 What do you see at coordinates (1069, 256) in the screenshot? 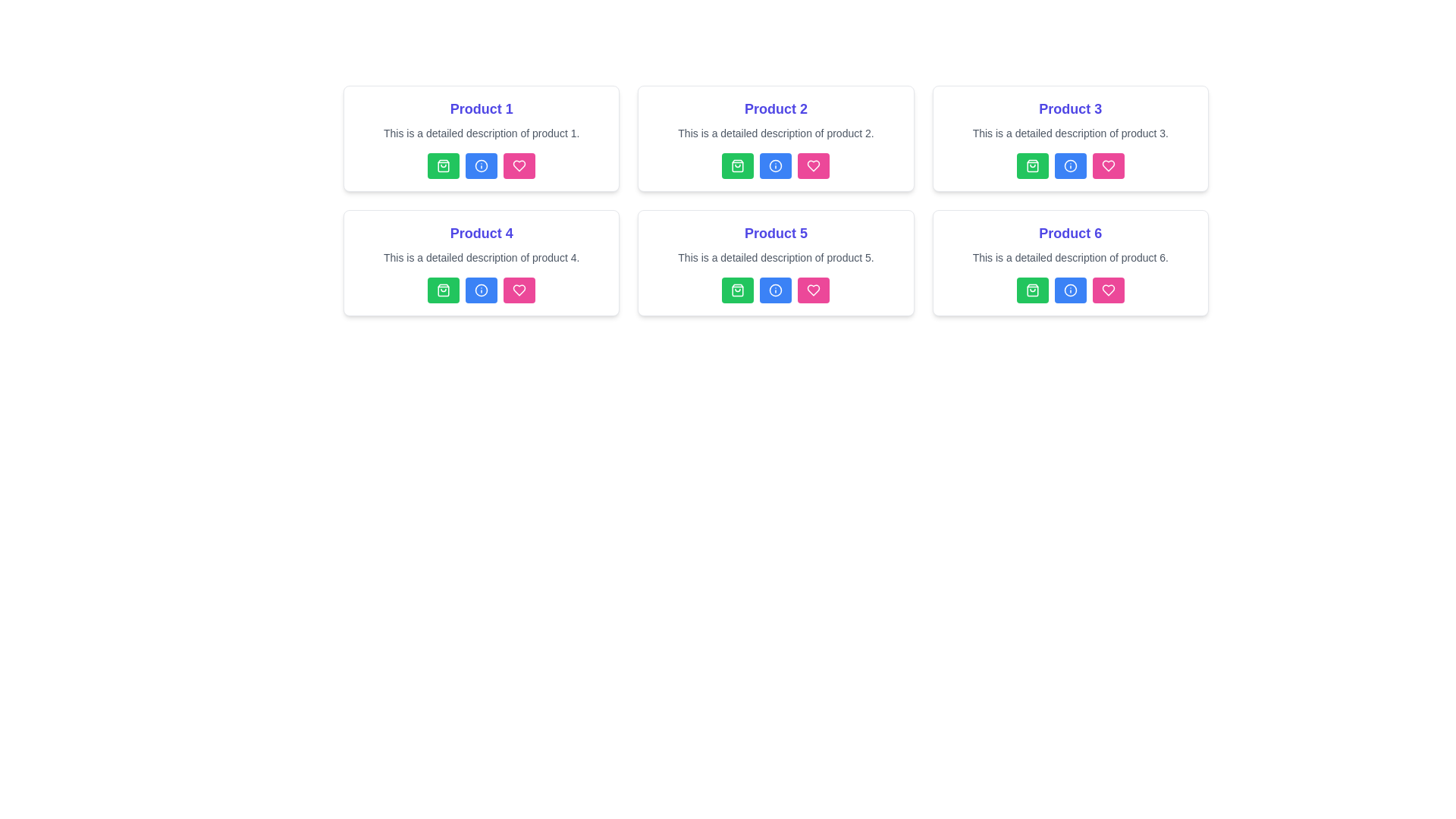
I see `the descriptive text label of 'Product 6' located below the product title and above the interactive icons` at bounding box center [1069, 256].